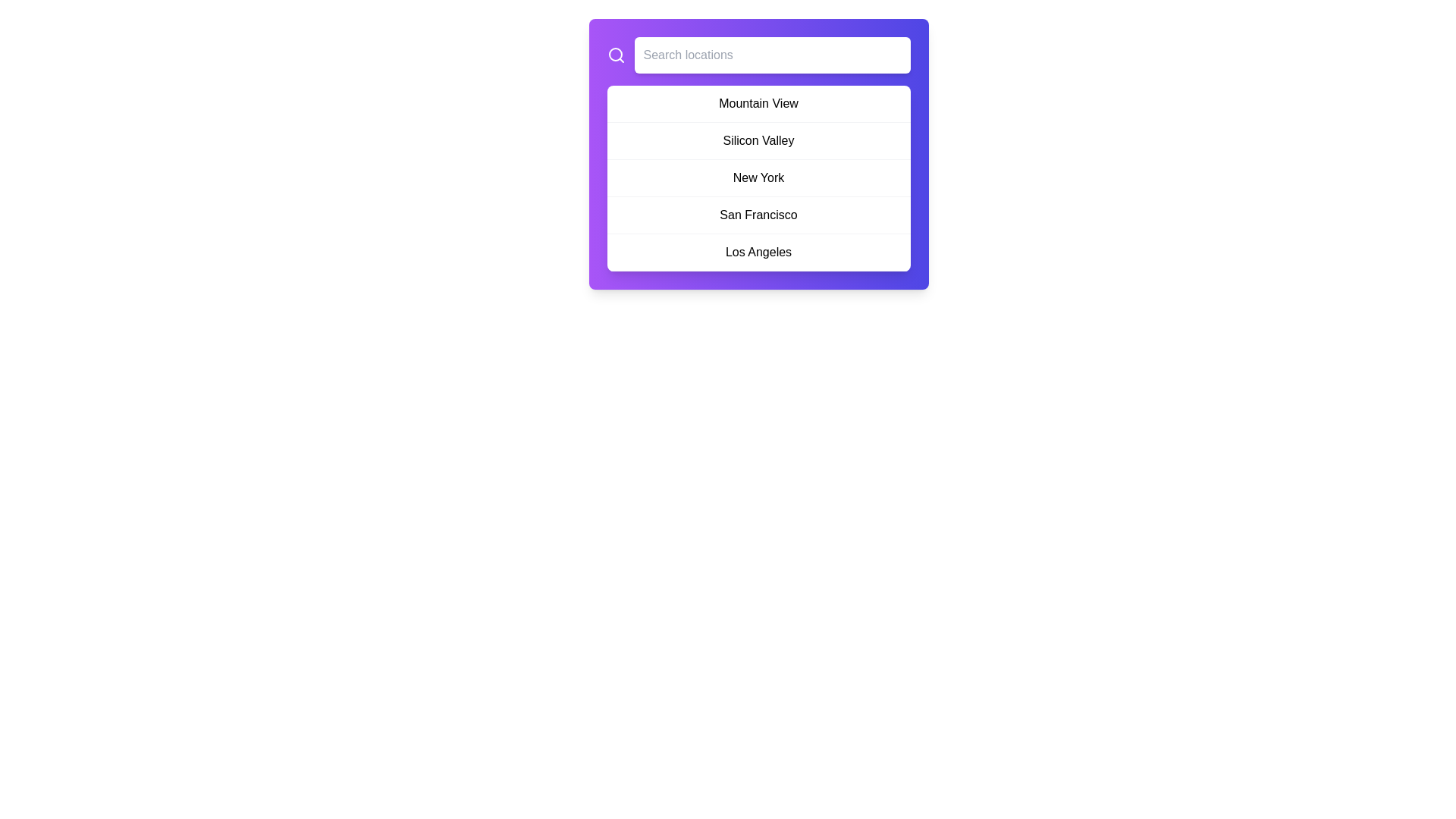  What do you see at coordinates (615, 54) in the screenshot?
I see `the circular part of the SVG icon that resembles a magnifying glass, which is located to the left of the input field containing the placeholder text 'Search locations'` at bounding box center [615, 54].